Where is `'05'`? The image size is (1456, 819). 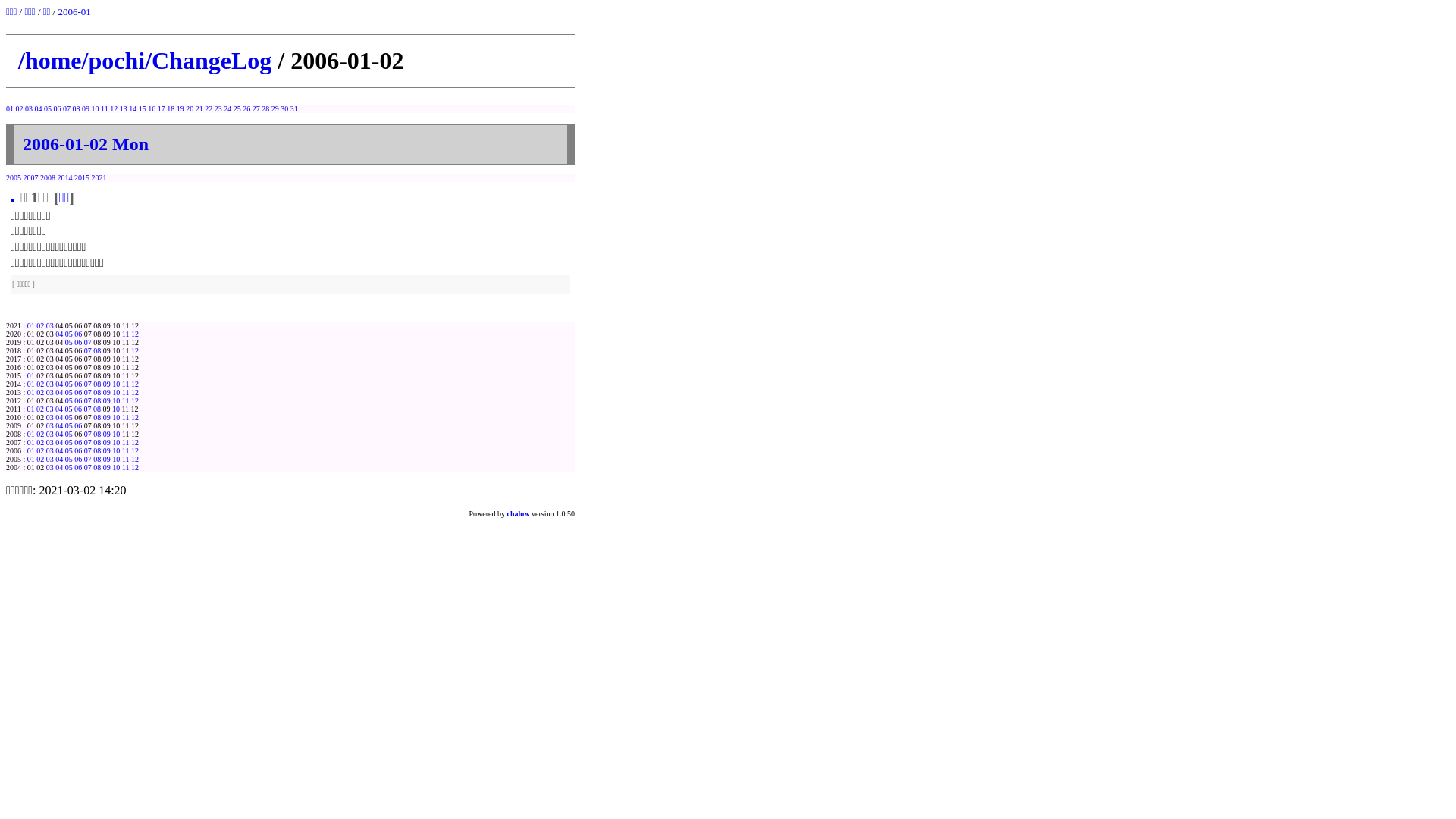 '05' is located at coordinates (64, 442).